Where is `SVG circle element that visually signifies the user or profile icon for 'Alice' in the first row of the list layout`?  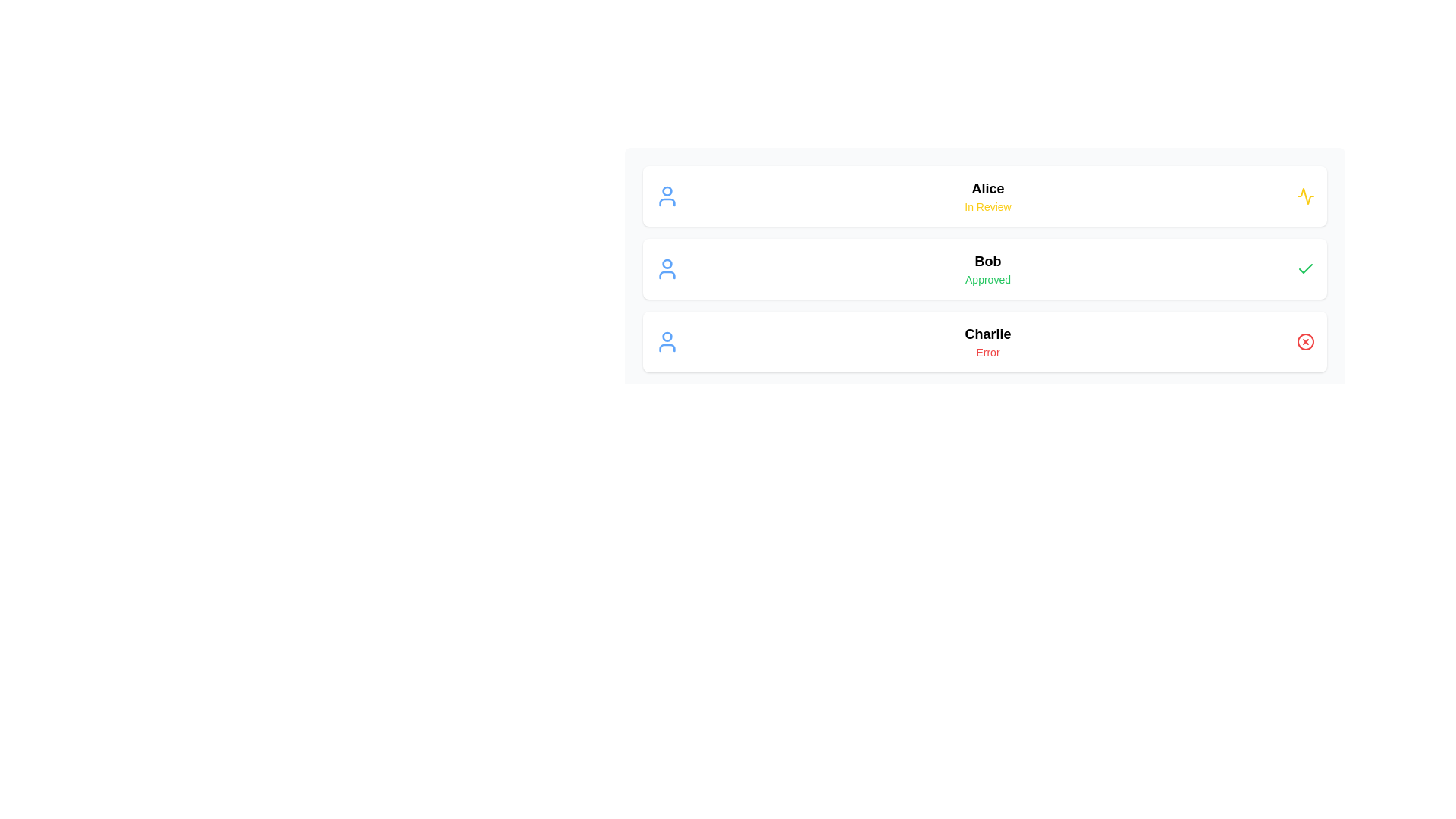 SVG circle element that visually signifies the user or profile icon for 'Alice' in the first row of the list layout is located at coordinates (667, 190).